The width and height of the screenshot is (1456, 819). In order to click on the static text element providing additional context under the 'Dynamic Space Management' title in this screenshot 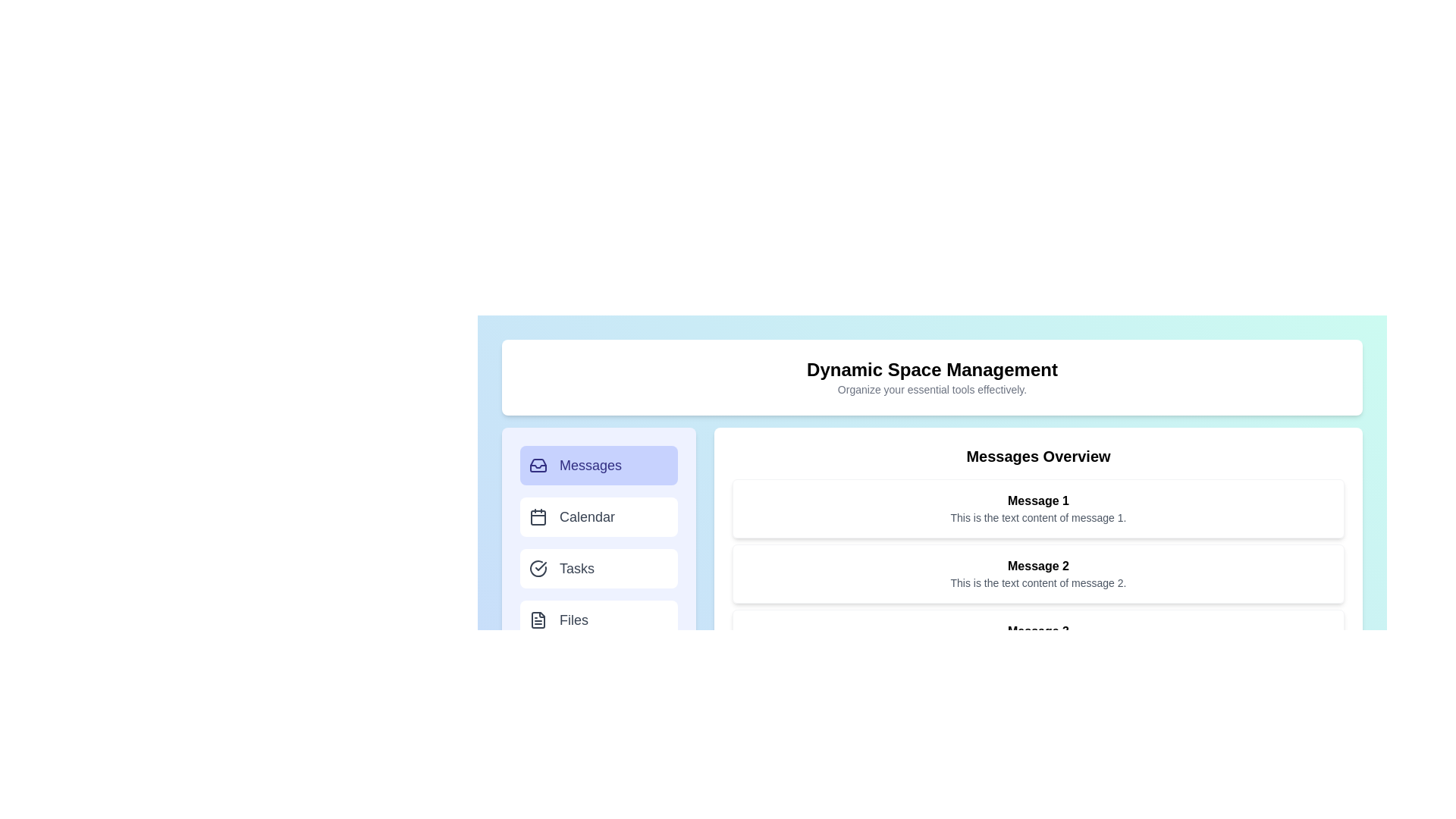, I will do `click(931, 388)`.